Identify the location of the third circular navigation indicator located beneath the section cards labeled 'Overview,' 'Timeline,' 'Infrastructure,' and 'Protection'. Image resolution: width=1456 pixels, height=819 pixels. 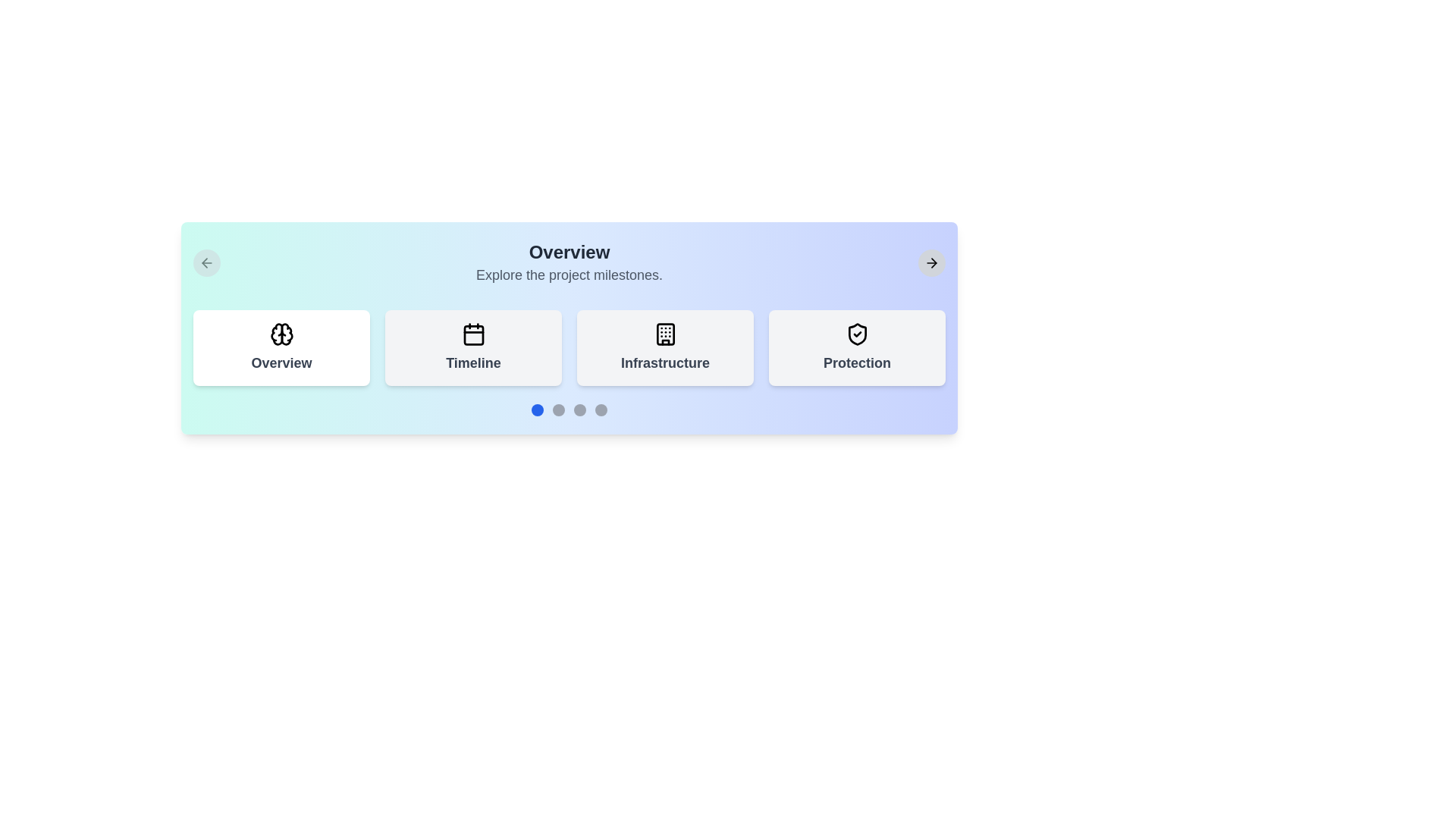
(579, 409).